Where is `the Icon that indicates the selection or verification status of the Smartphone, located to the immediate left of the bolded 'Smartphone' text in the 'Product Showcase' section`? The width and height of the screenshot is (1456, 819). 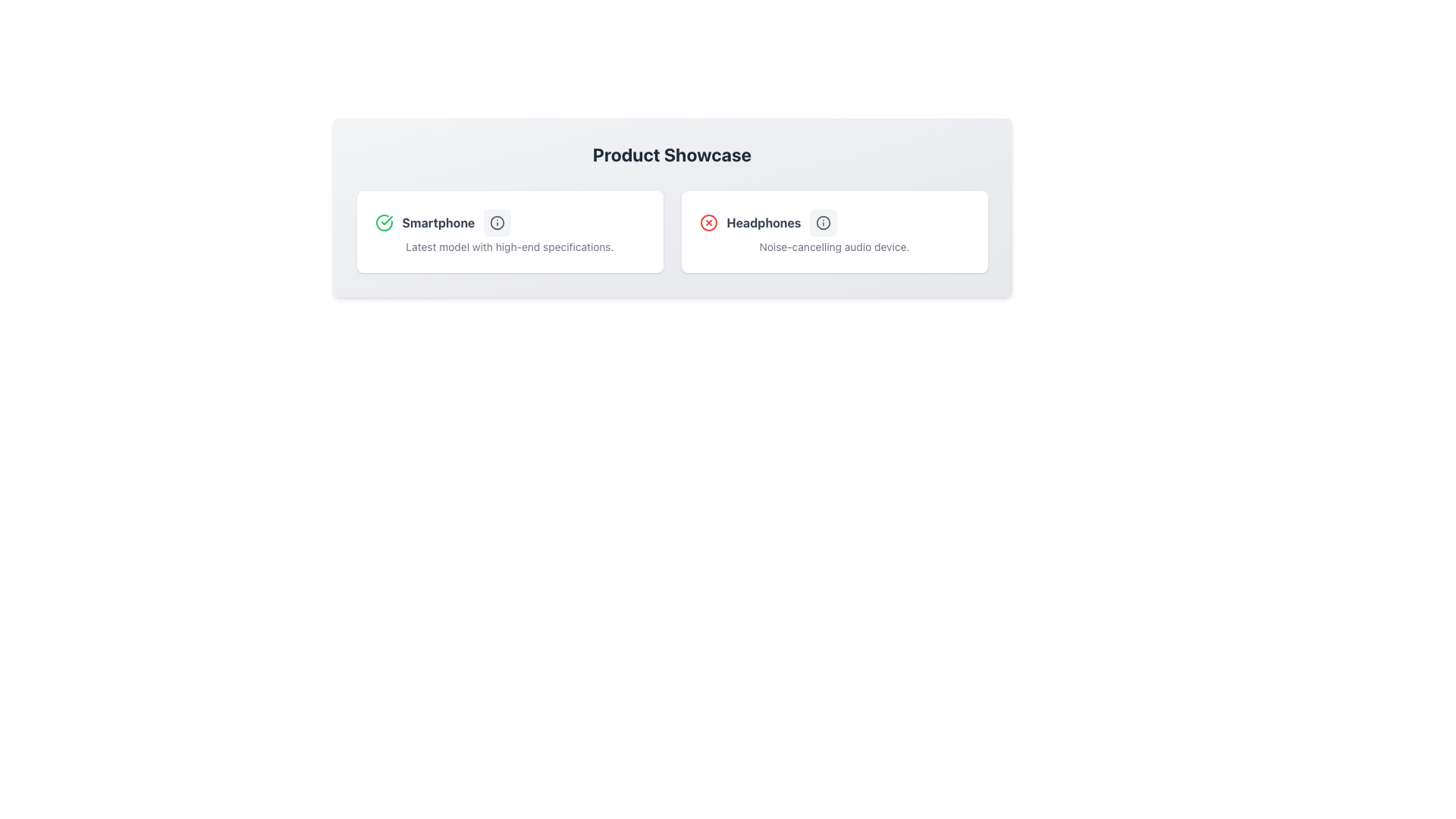 the Icon that indicates the selection or verification status of the Smartphone, located to the immediate left of the bolded 'Smartphone' text in the 'Product Showcase' section is located at coordinates (384, 222).